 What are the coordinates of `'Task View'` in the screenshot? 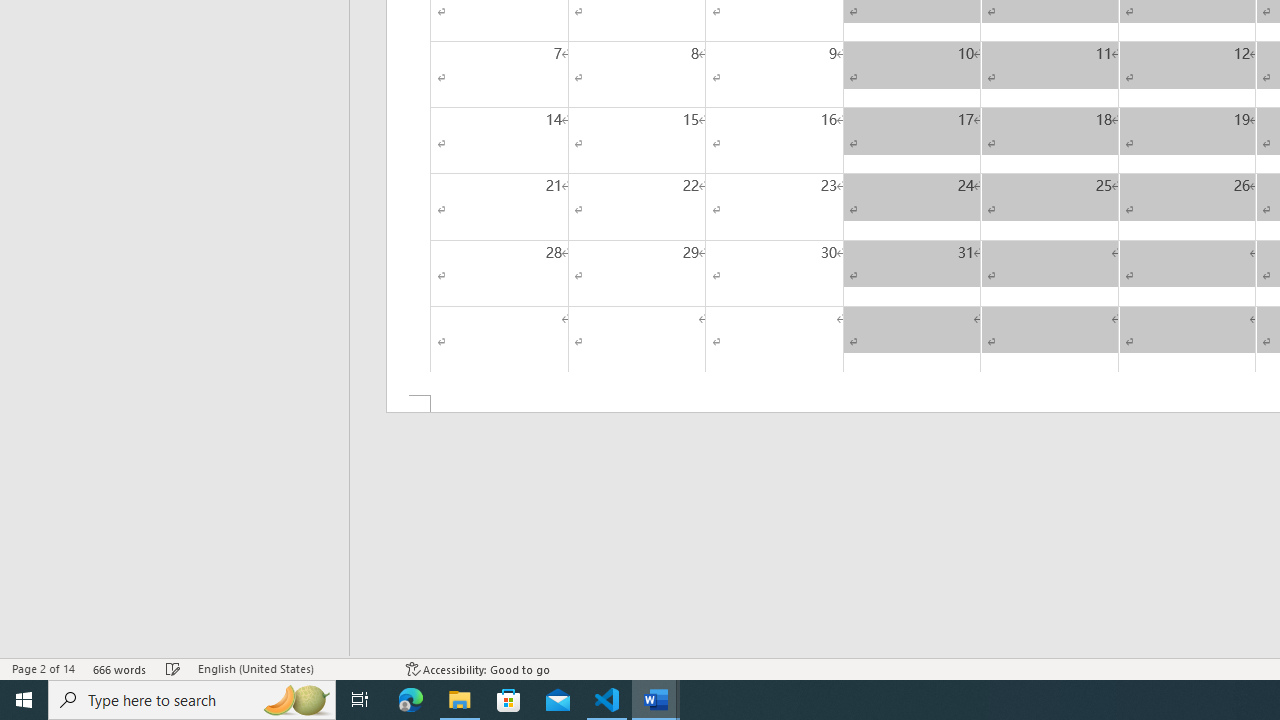 It's located at (359, 698).